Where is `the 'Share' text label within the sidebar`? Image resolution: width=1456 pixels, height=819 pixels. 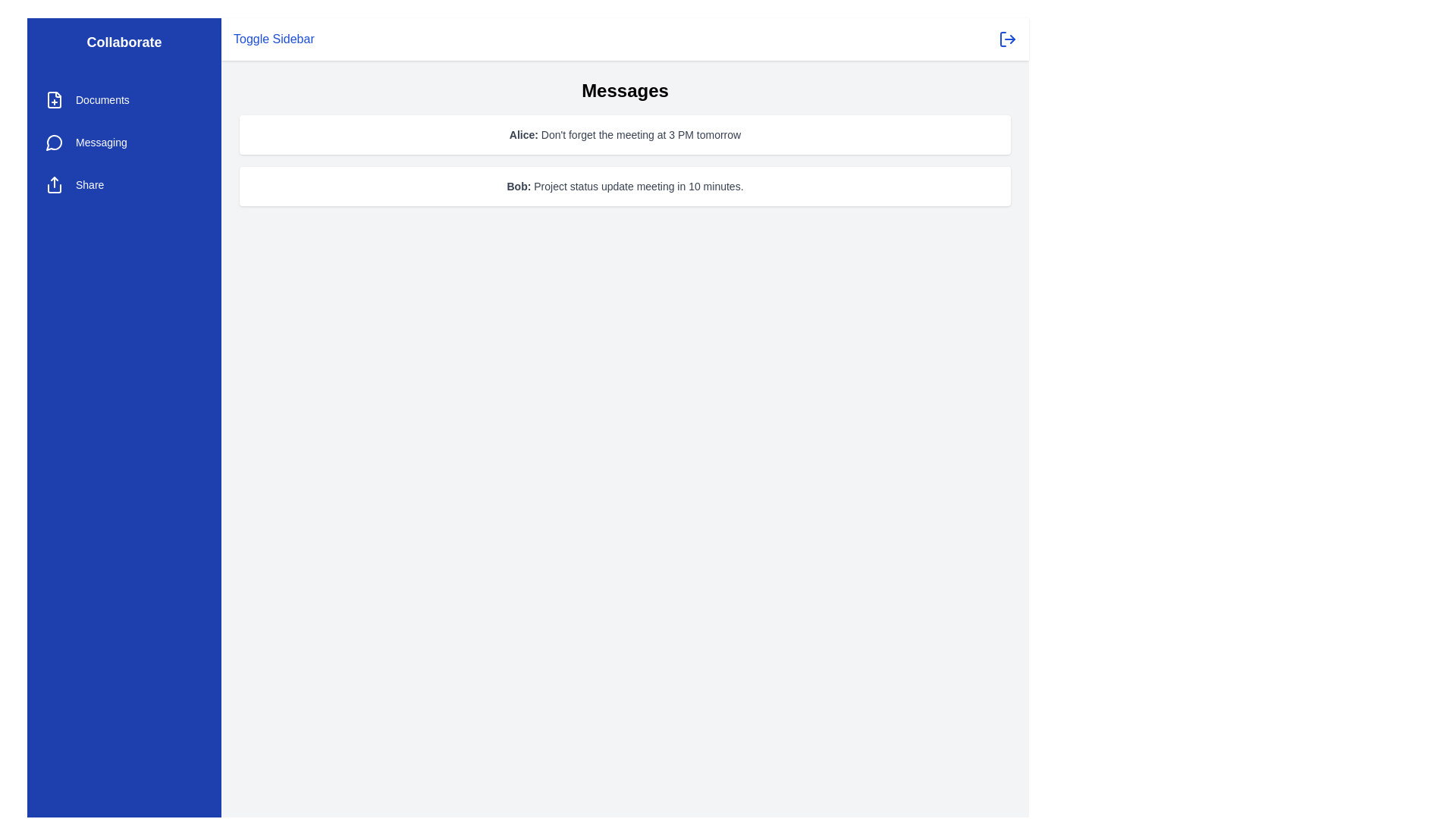 the 'Share' text label within the sidebar is located at coordinates (89, 184).